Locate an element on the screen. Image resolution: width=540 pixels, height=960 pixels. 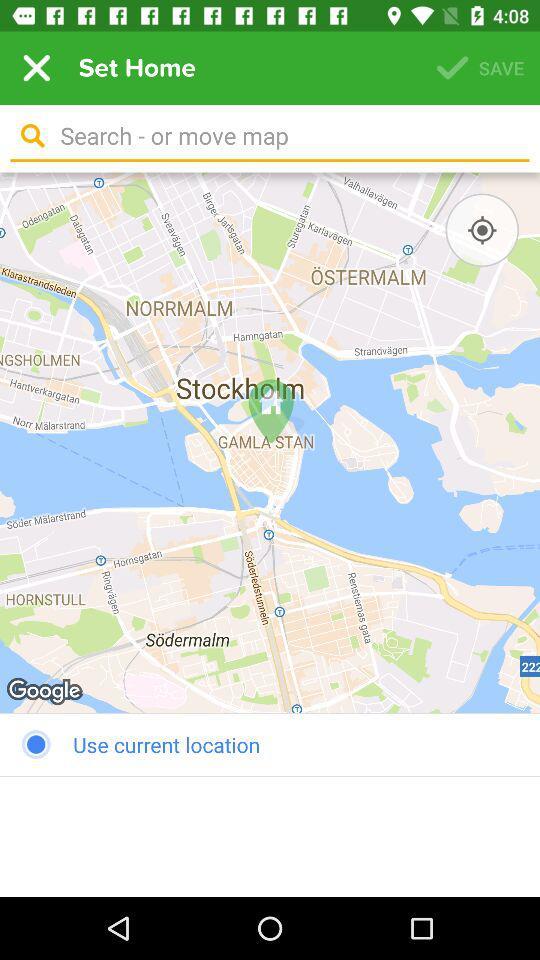
icon to the left of the set home icon is located at coordinates (36, 68).